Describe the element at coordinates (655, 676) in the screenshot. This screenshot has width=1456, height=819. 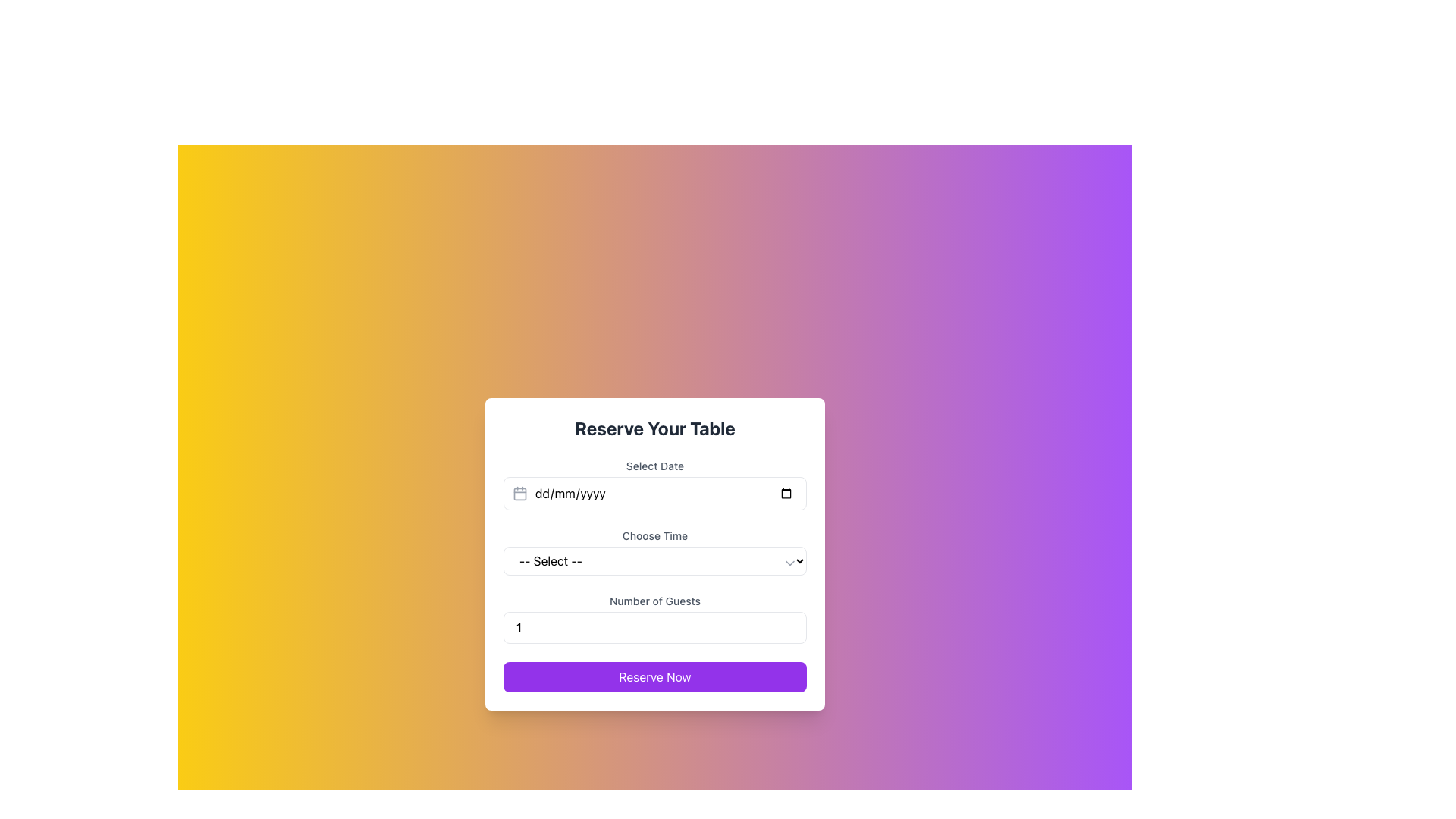
I see `the 'Reserve Now' button, which is a rectangular button with a purple background and white text, located at the bottom of a form inside a white rectangular card` at that location.